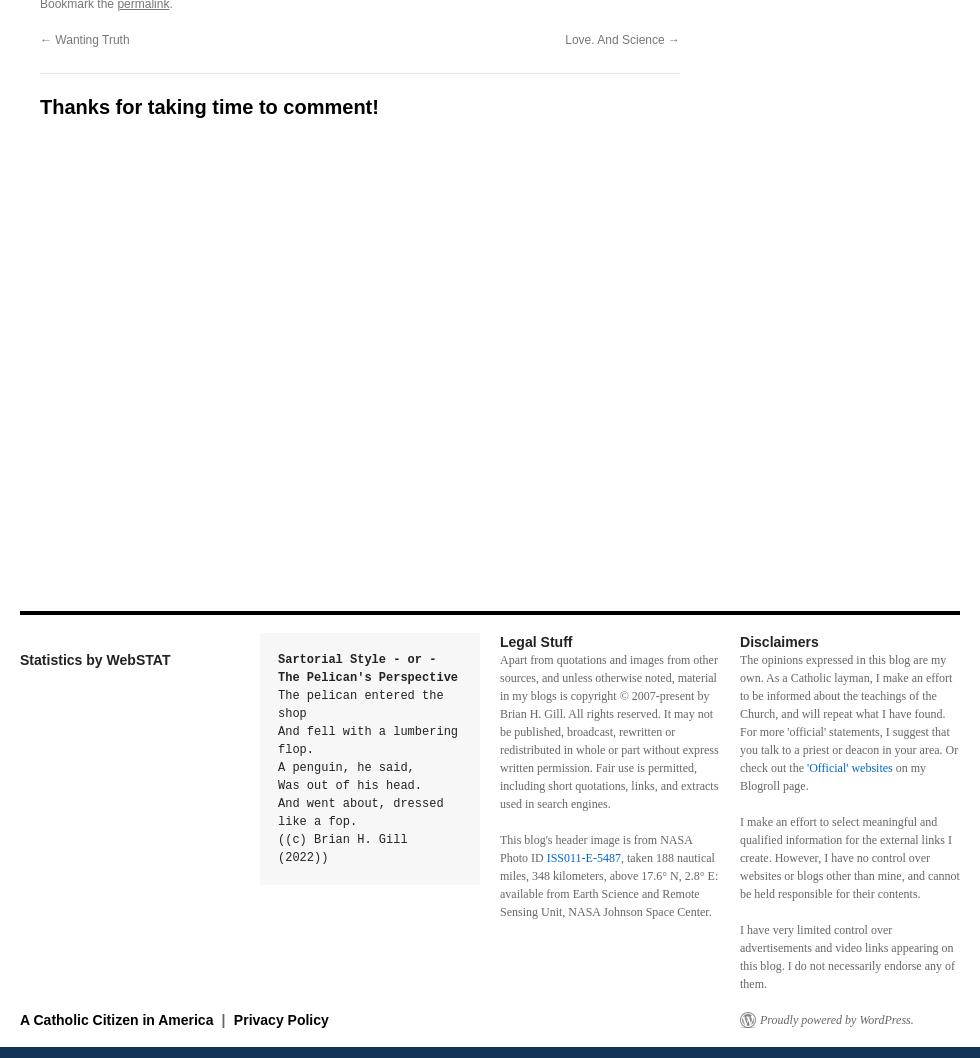  I want to click on 'This blog's header image is from NASA Photo ID', so click(596, 848).